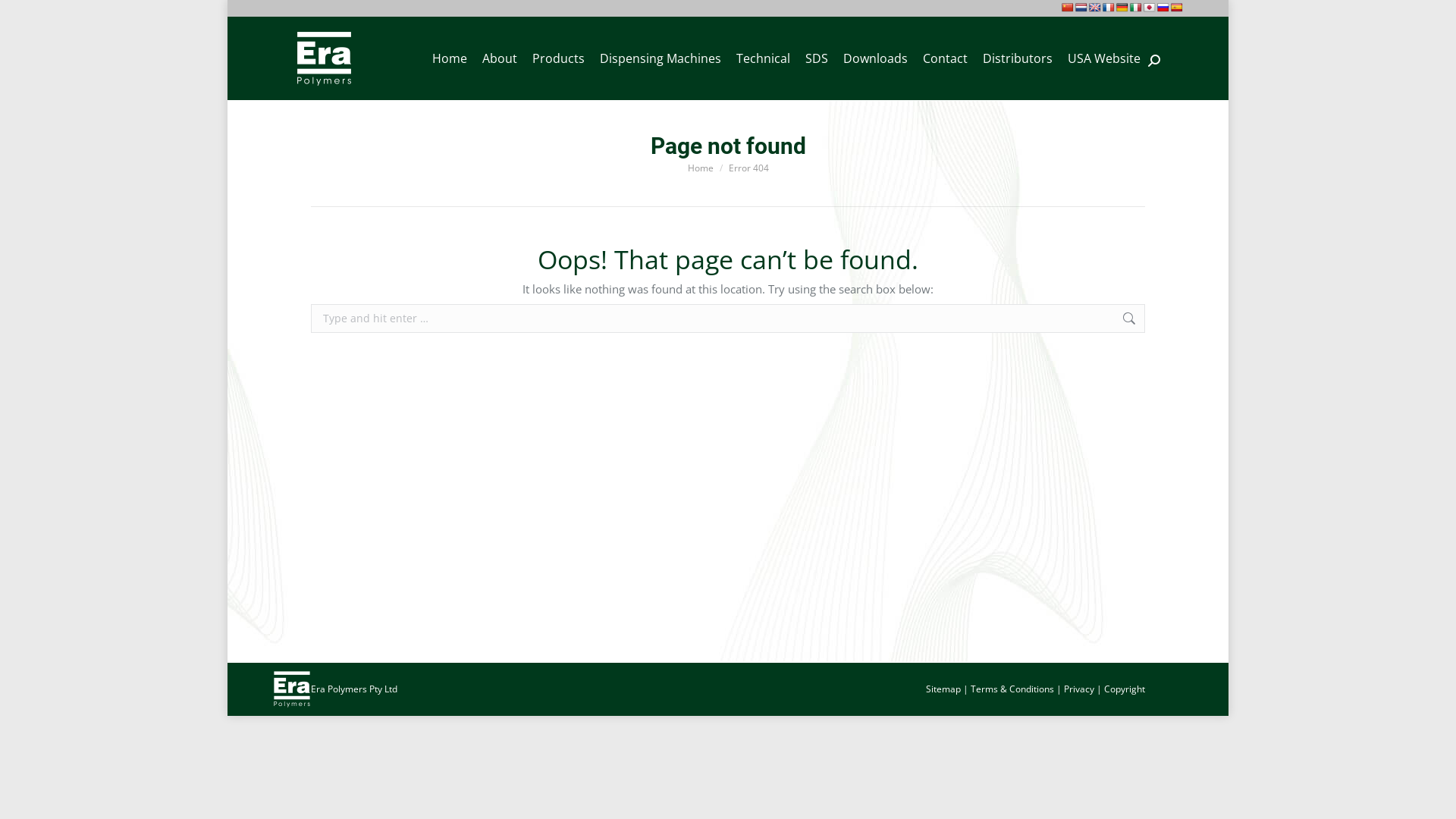 The width and height of the screenshot is (1456, 819). What do you see at coordinates (1122, 8) in the screenshot?
I see `'German'` at bounding box center [1122, 8].